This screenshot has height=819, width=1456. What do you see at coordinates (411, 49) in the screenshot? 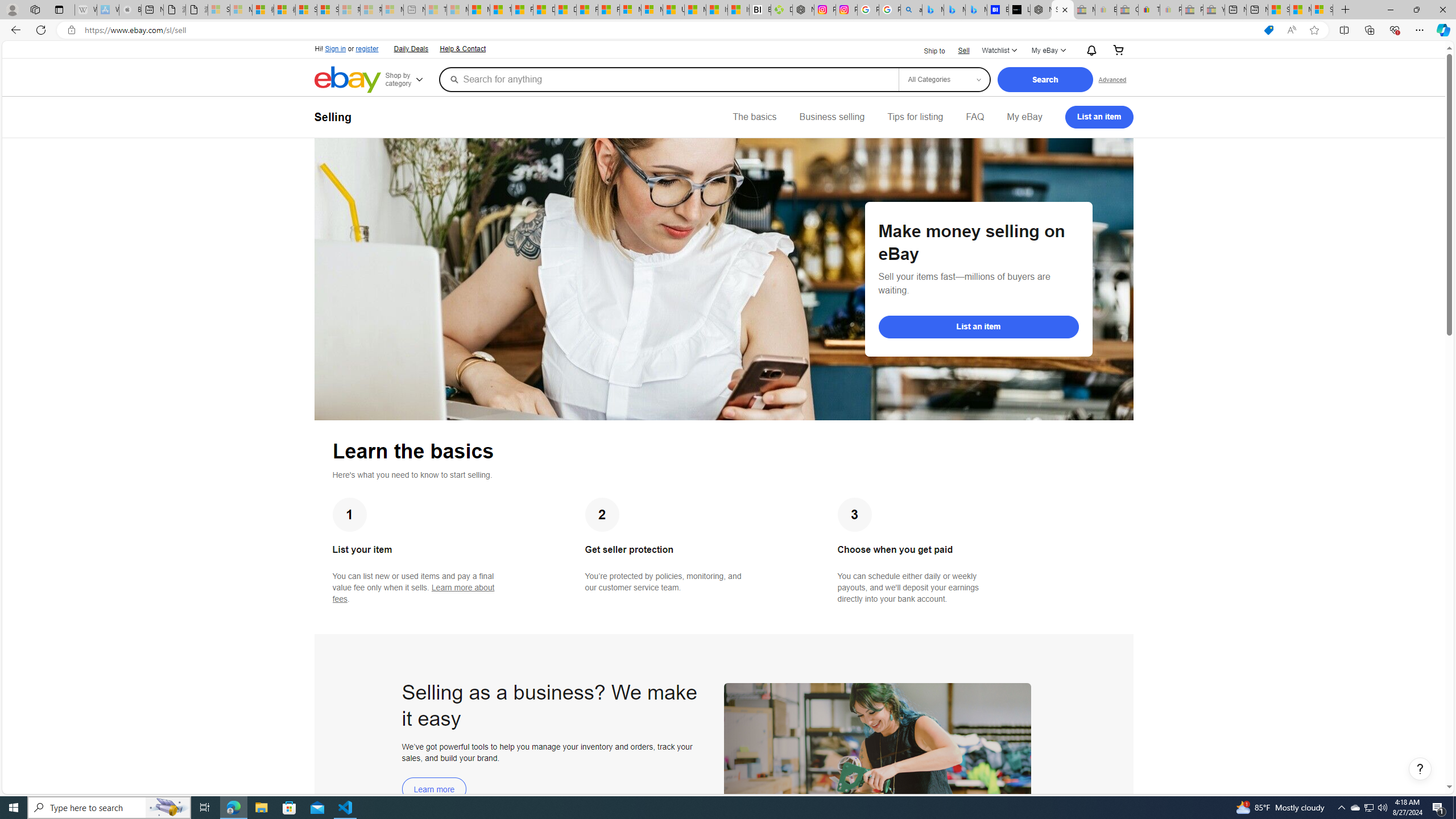
I see `'Daily Deals'` at bounding box center [411, 49].